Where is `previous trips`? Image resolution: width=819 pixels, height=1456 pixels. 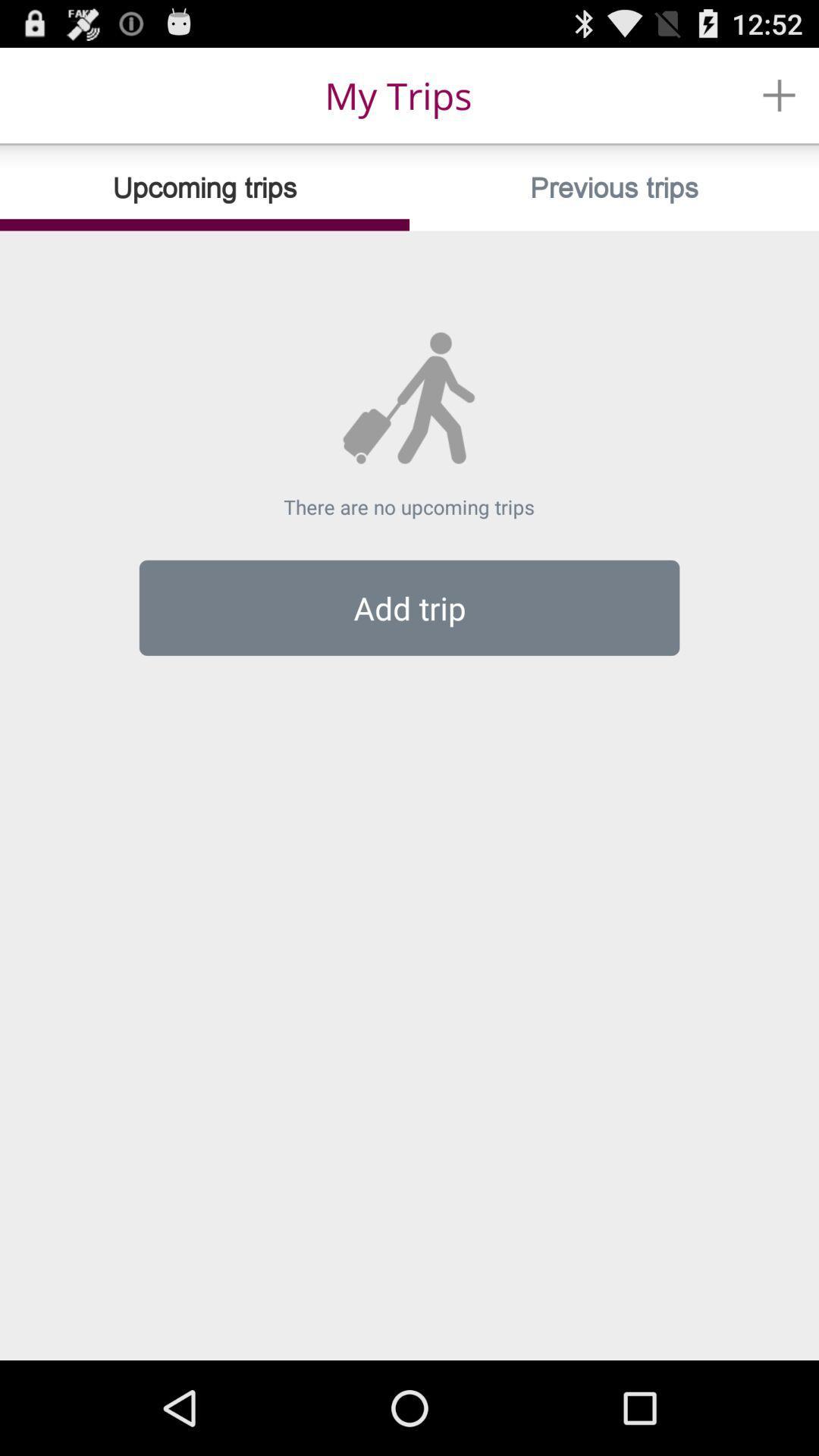
previous trips is located at coordinates (614, 187).